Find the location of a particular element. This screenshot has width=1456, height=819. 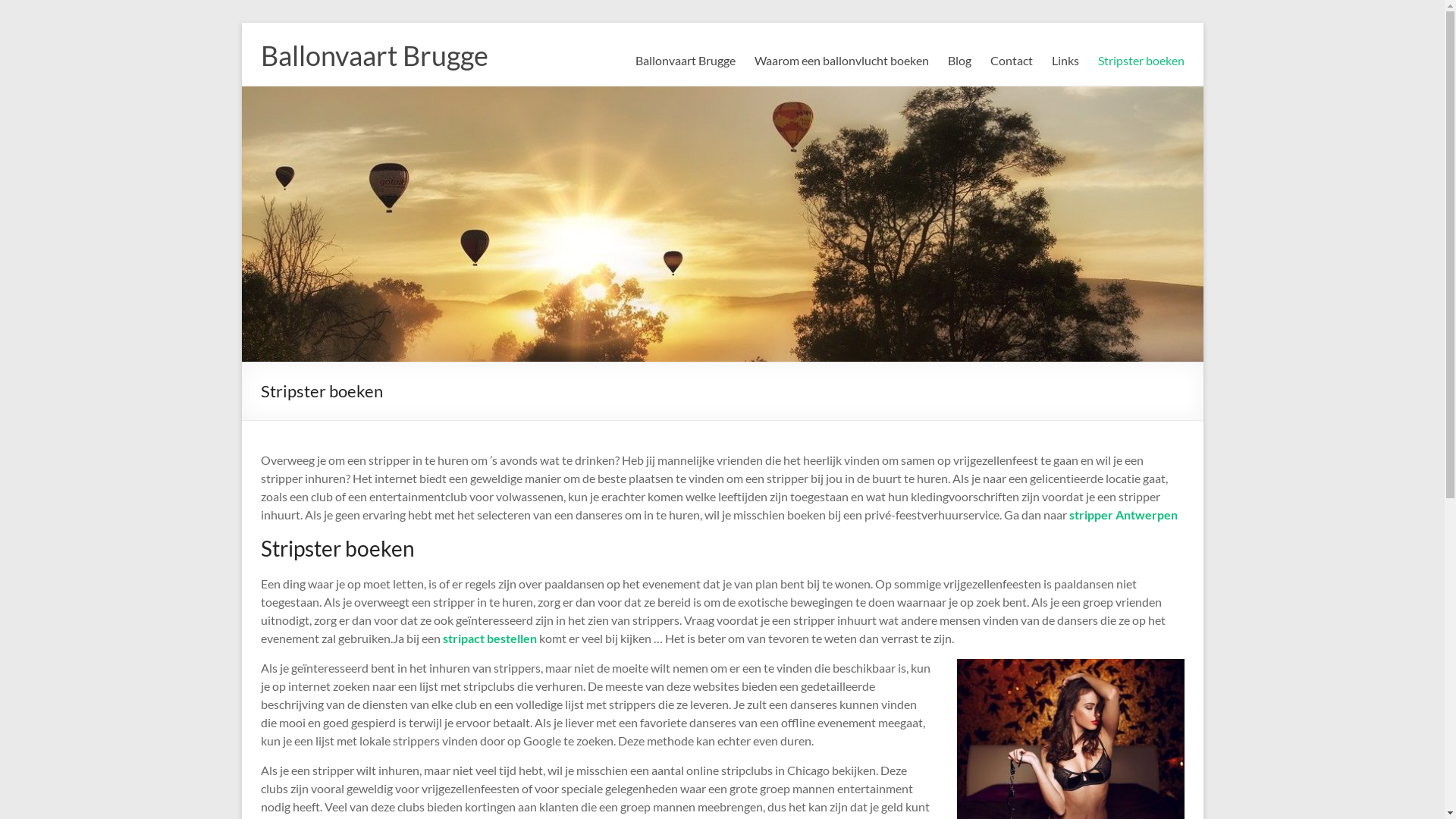

'Skip to content' is located at coordinates (240, 22).